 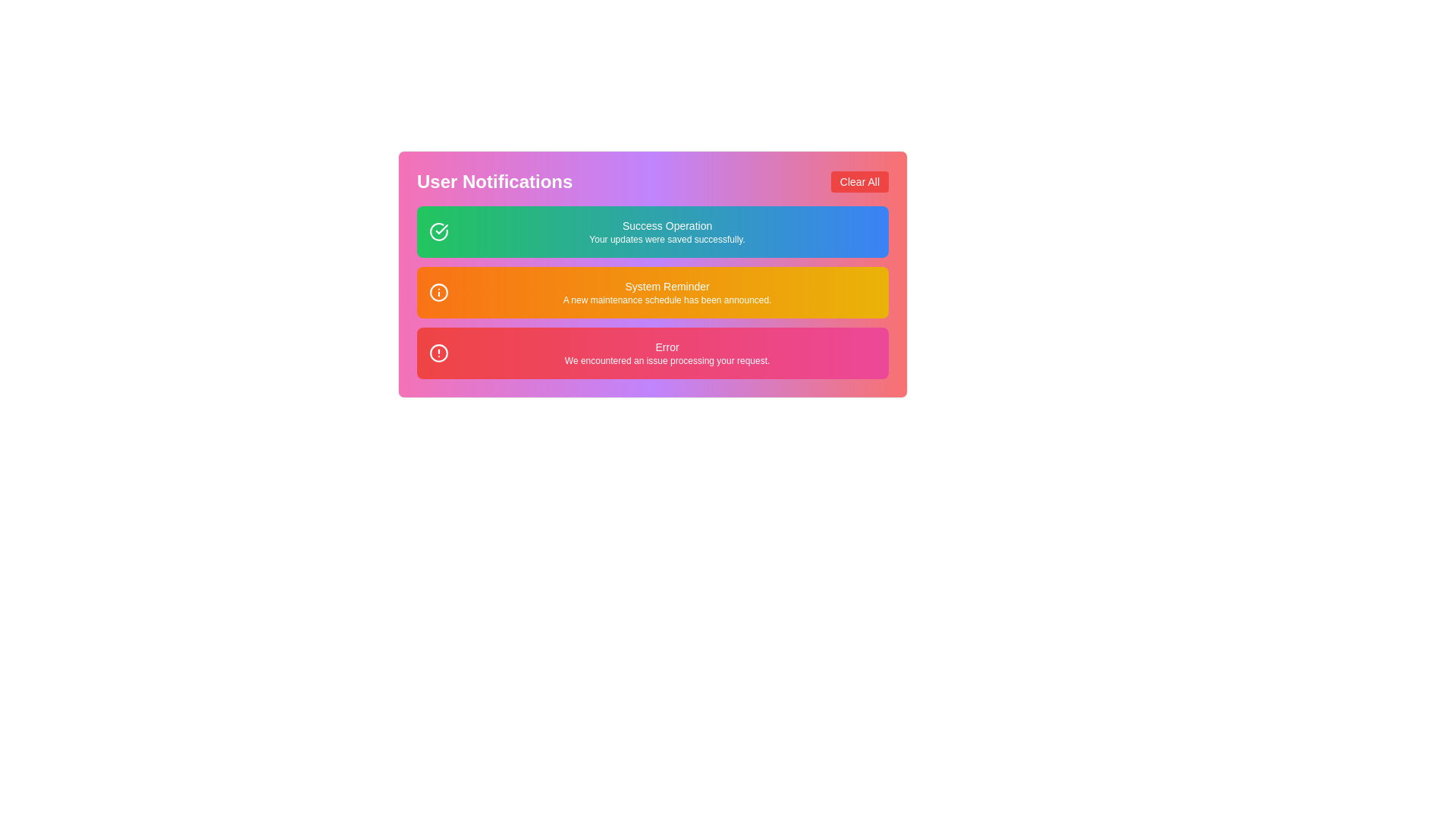 I want to click on the notification icon located at the leftmost side of the middle notification card with a gradient orange background that contains the text 'System Reminder', so click(x=438, y=292).